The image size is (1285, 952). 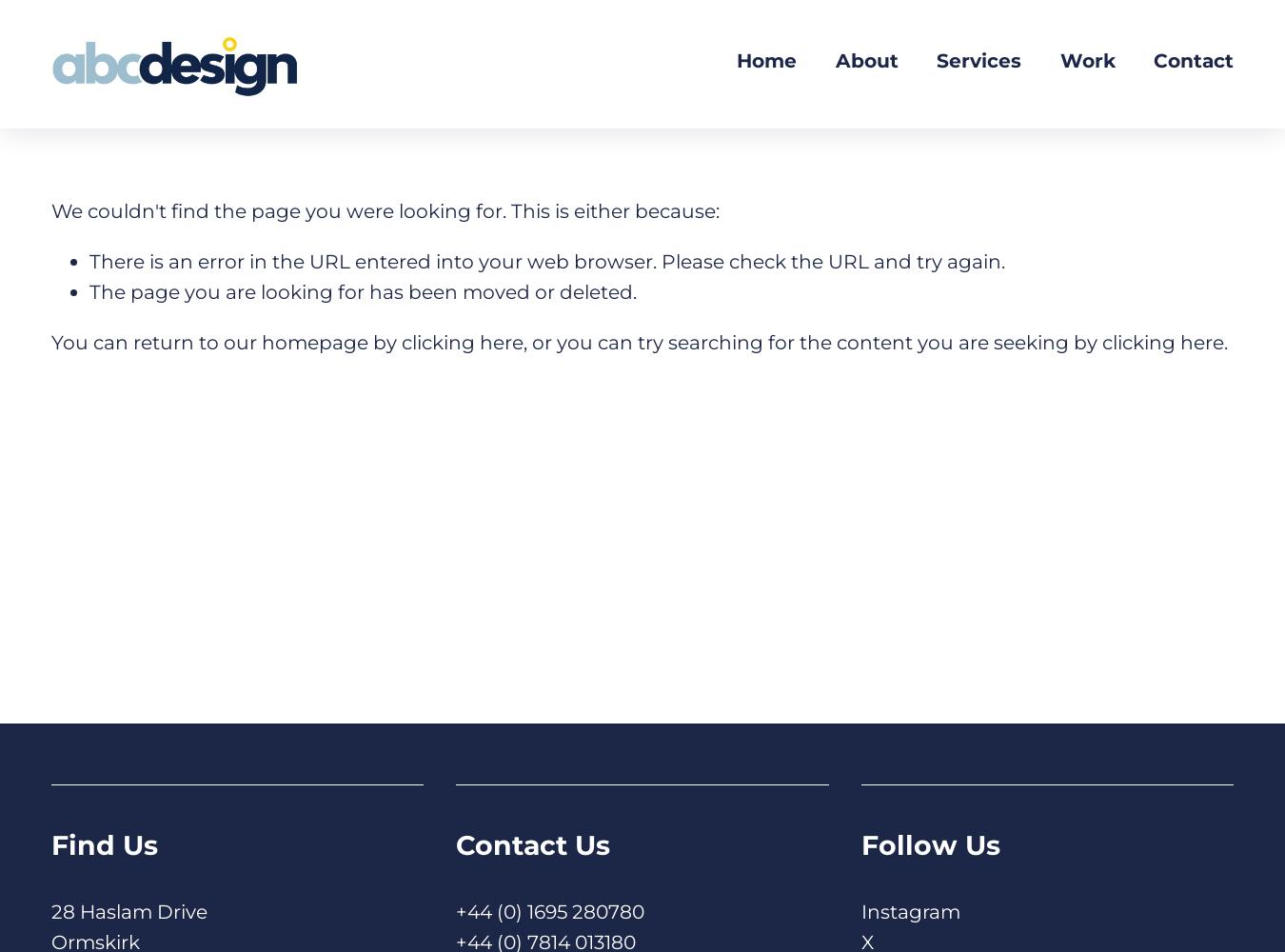 I want to click on 'Instagram', so click(x=908, y=909).